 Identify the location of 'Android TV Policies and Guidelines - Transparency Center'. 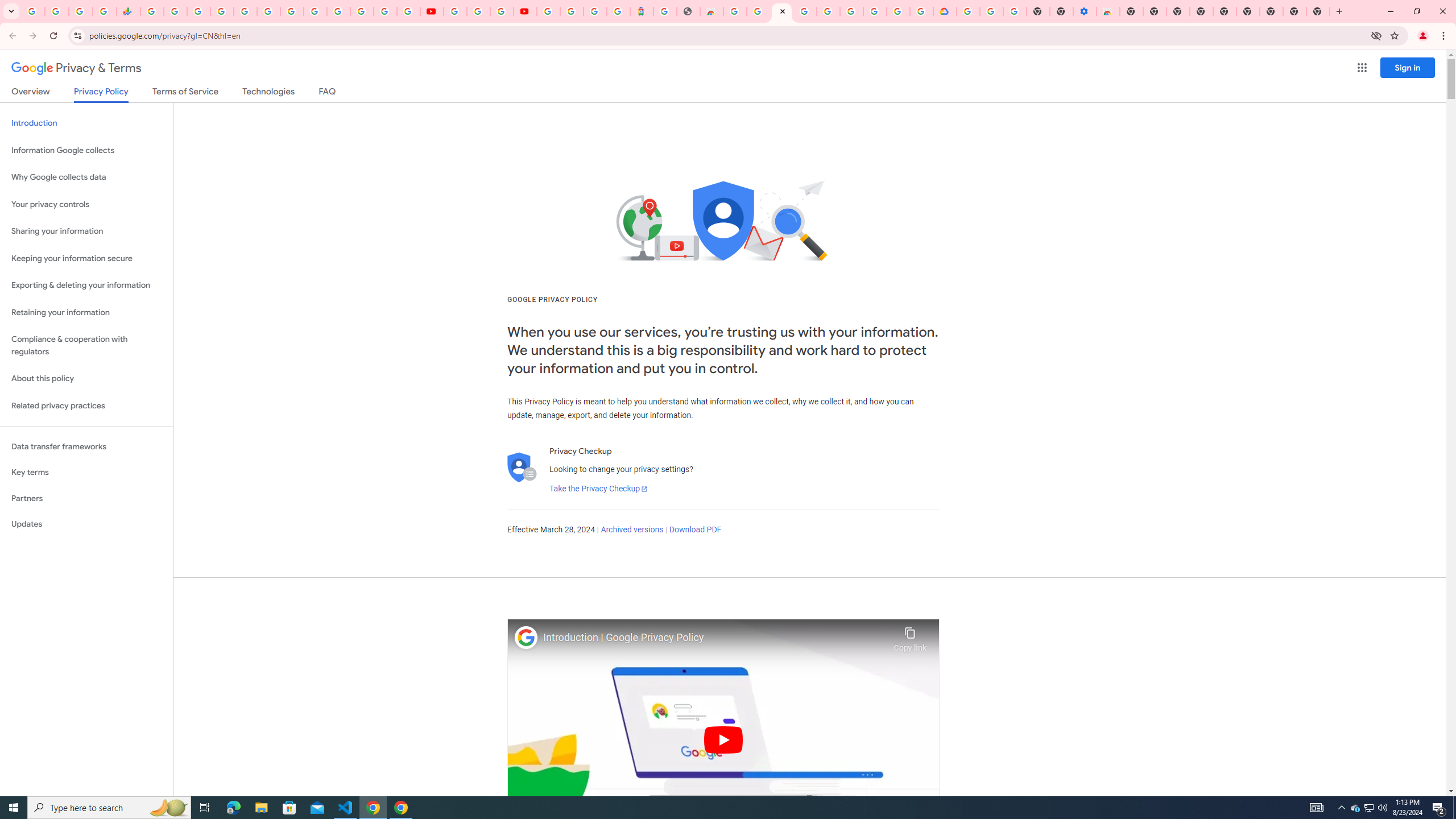
(292, 11).